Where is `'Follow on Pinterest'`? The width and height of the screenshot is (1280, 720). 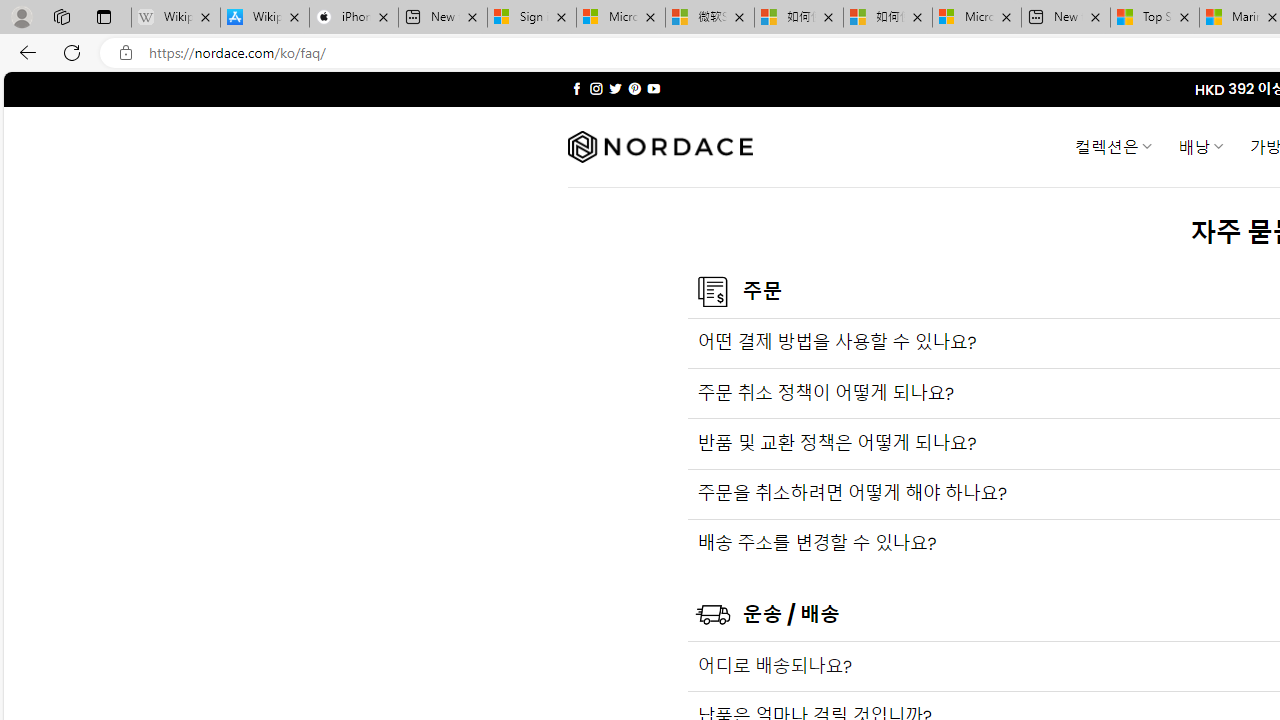 'Follow on Pinterest' is located at coordinates (633, 88).